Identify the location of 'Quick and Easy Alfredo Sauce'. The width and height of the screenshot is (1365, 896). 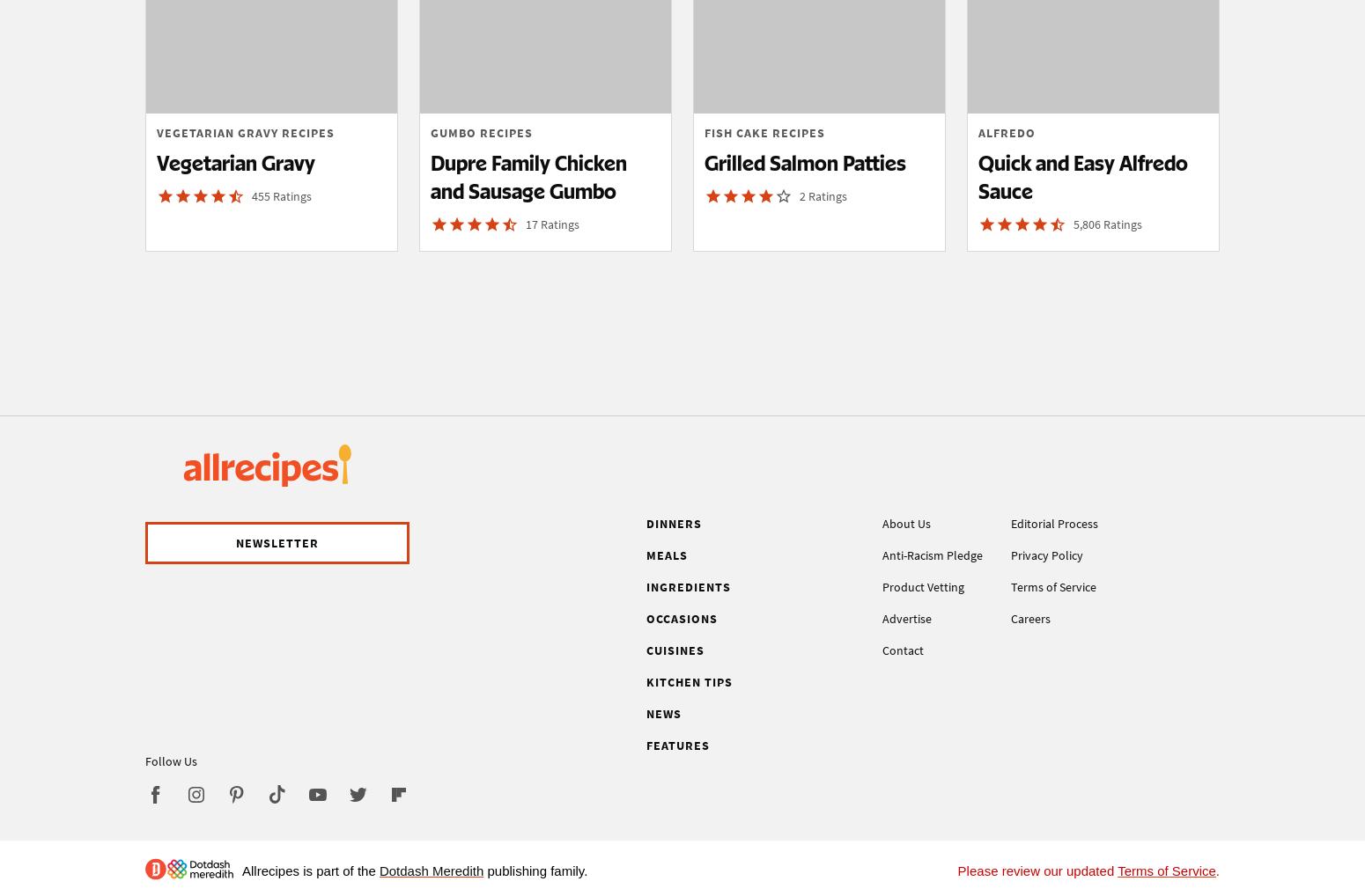
(978, 176).